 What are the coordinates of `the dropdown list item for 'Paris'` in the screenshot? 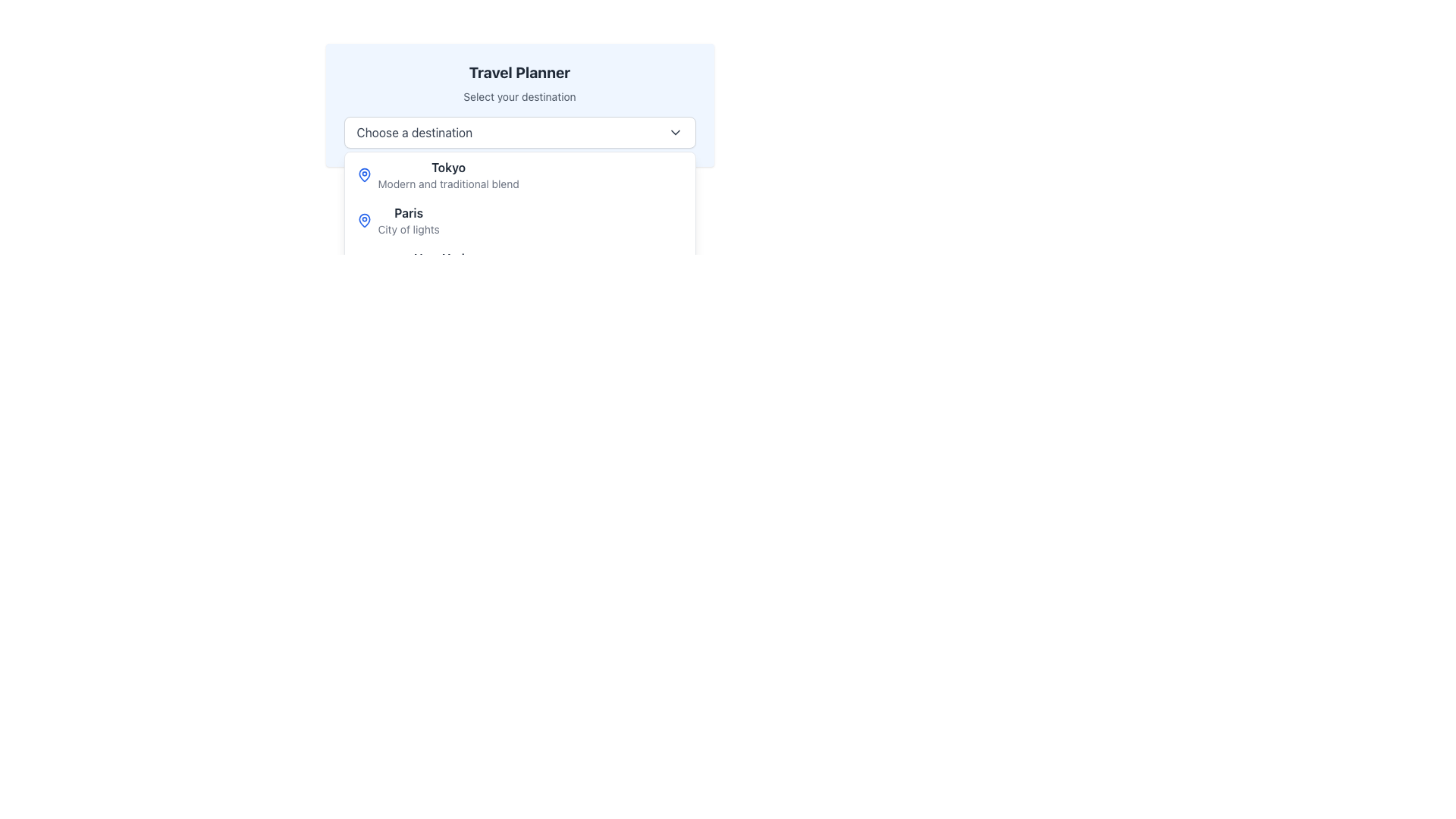 It's located at (519, 220).